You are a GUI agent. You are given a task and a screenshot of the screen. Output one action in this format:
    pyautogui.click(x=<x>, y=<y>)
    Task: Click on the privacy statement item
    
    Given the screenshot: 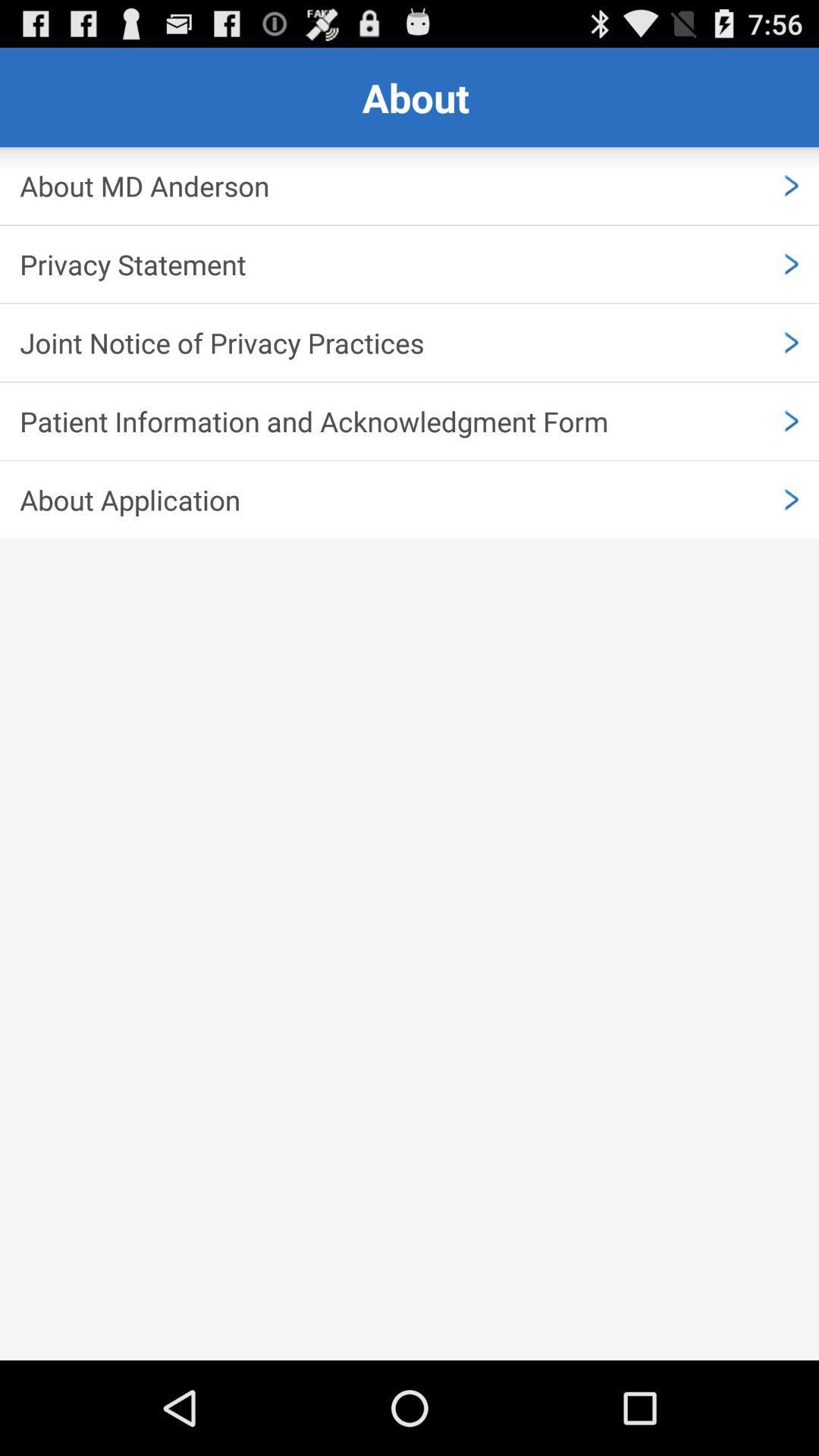 What is the action you would take?
    pyautogui.click(x=409, y=264)
    